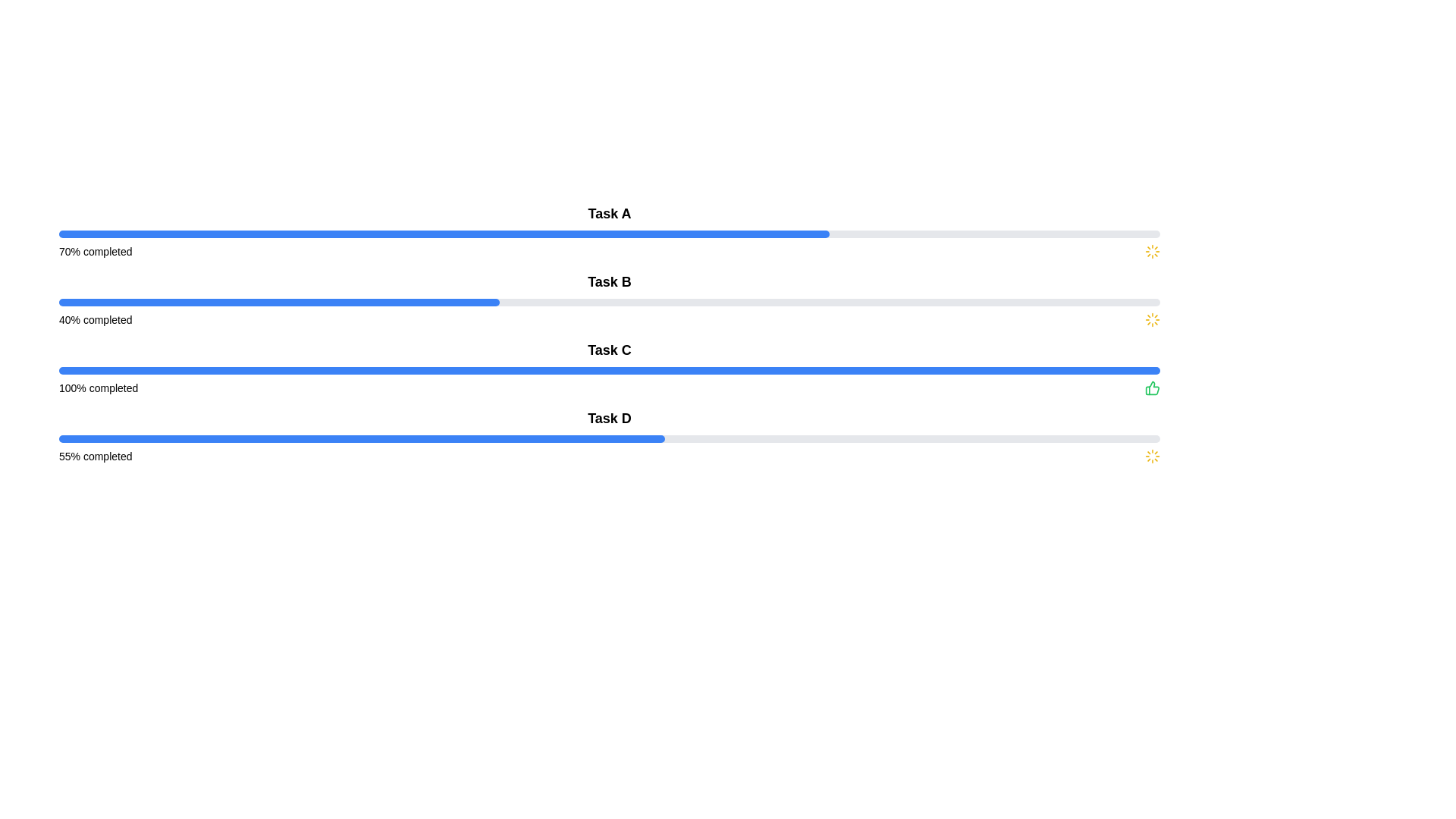 This screenshot has height=819, width=1456. Describe the element at coordinates (279, 302) in the screenshot. I see `the progress bar representing 'Task B', which visually indicates 40% completion and is the second progress bar from the top` at that location.